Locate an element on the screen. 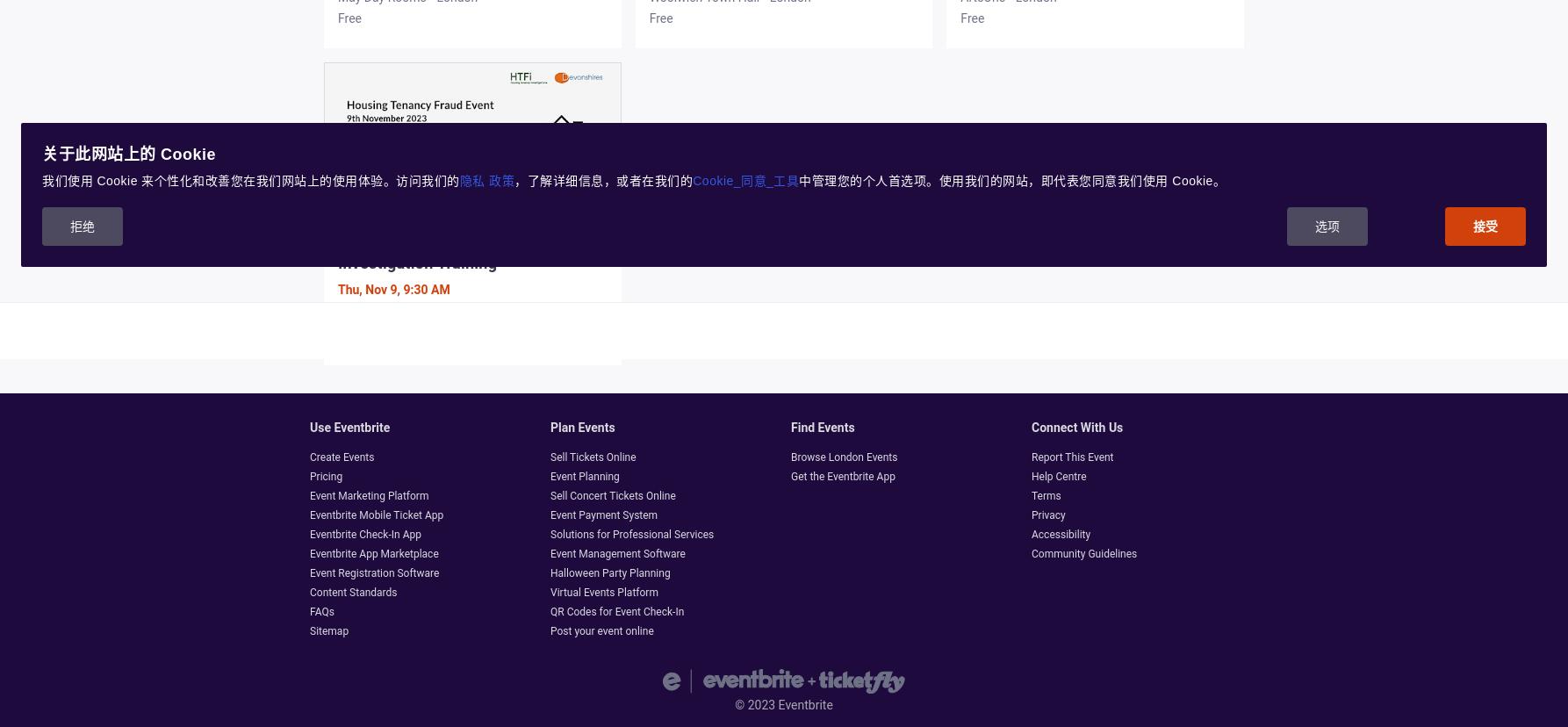  'Thu, Nov 9, 9:30 AM' is located at coordinates (338, 289).